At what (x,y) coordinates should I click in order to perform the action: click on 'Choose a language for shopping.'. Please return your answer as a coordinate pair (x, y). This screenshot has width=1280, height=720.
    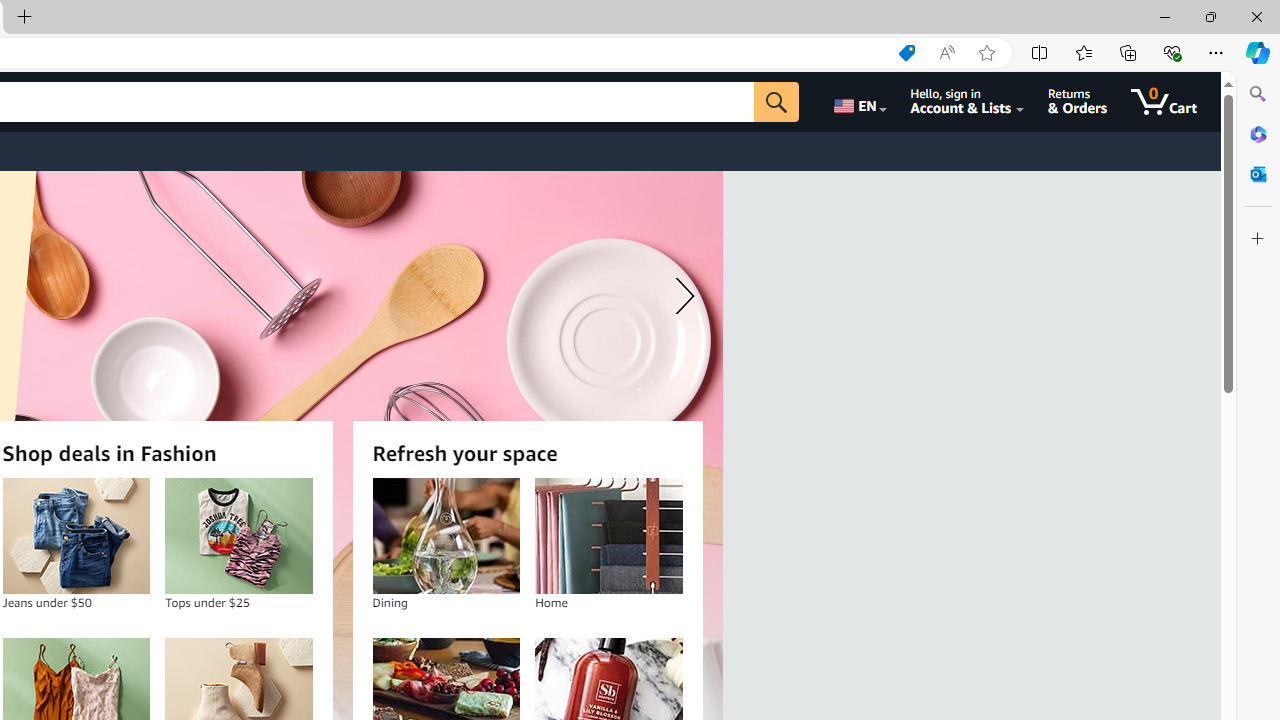
    Looking at the image, I should click on (858, 101).